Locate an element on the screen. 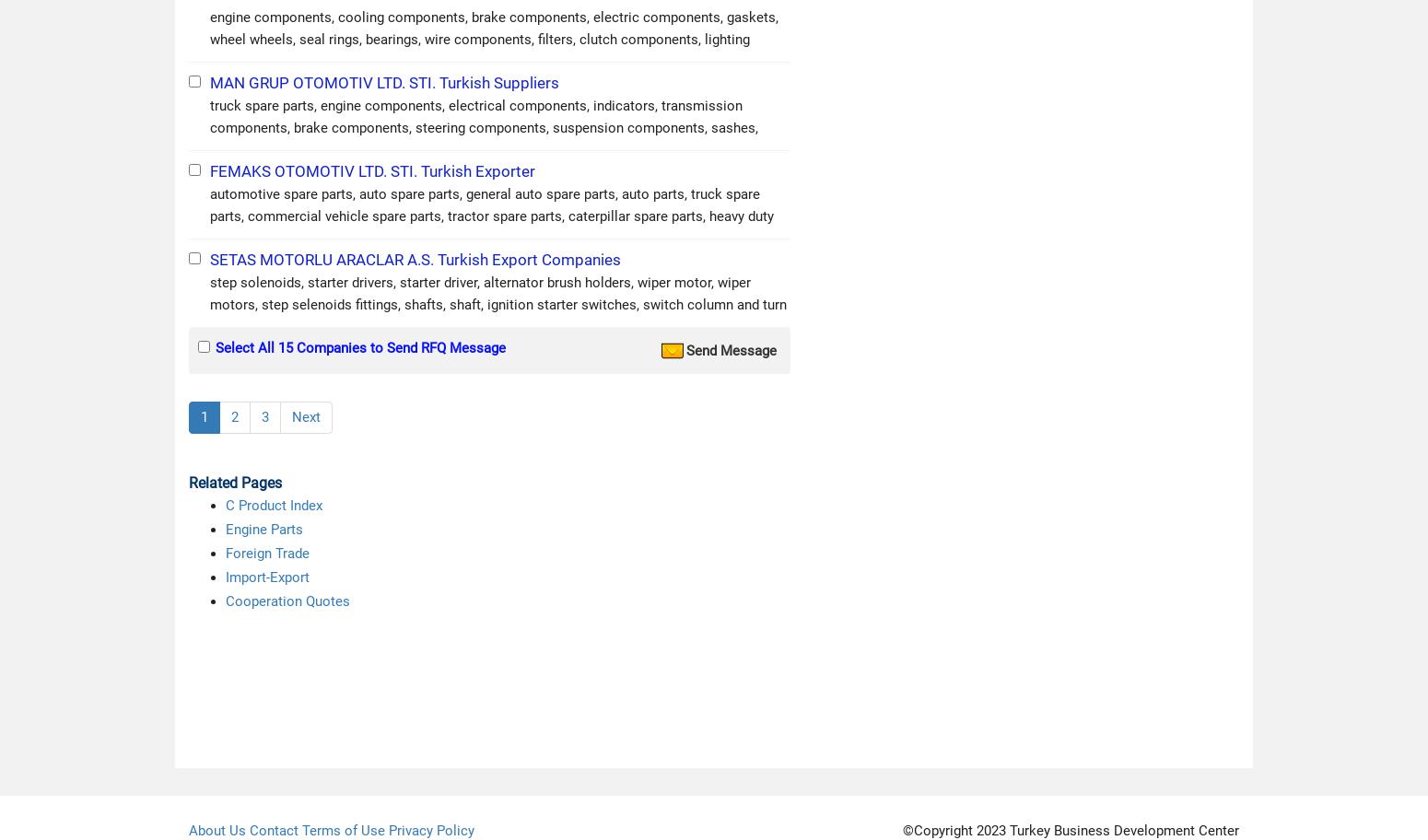  'Terms of Use' is located at coordinates (342, 829).